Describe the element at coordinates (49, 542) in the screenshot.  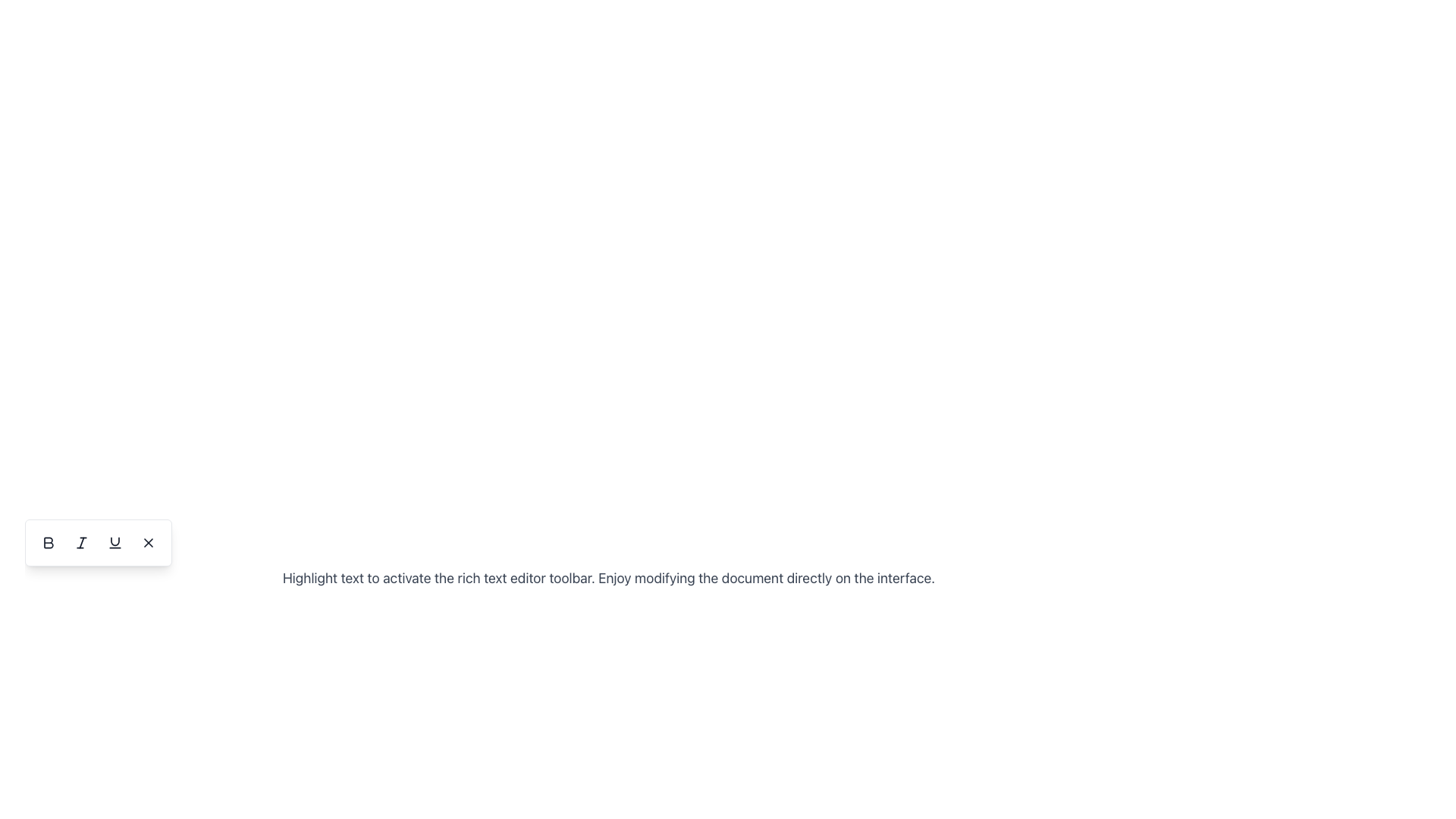
I see `the 'Bold' icon in the text formatting toolbar to apply bold formatting to the selected text` at that location.